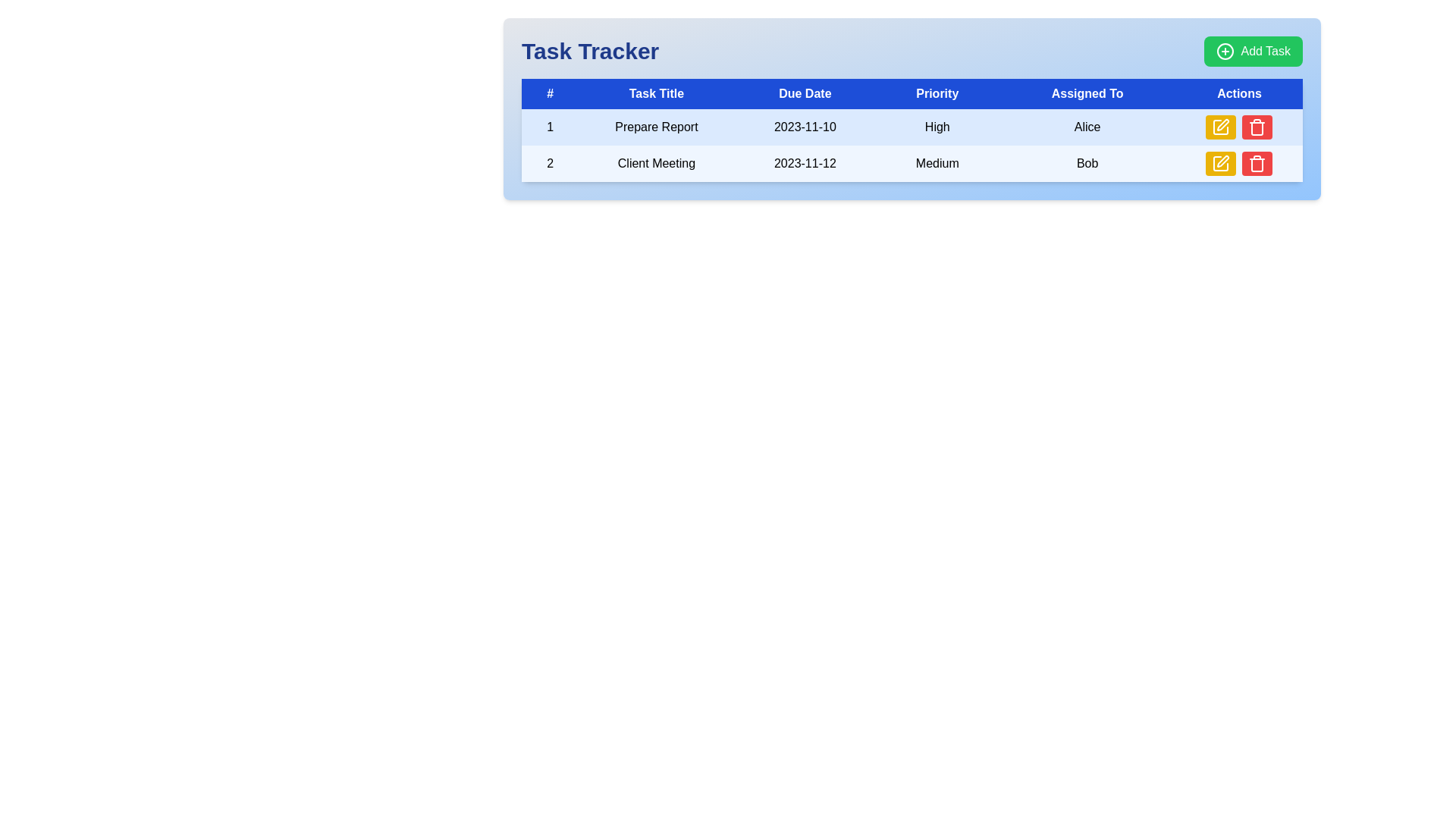 This screenshot has width=1456, height=819. Describe the element at coordinates (1087, 164) in the screenshot. I see `the Text label indicating the assignee's name in the second row of the table under the 'Assigned To' column, aligned with the 'Medium' priority level and 'Client Meeting' task title` at that location.